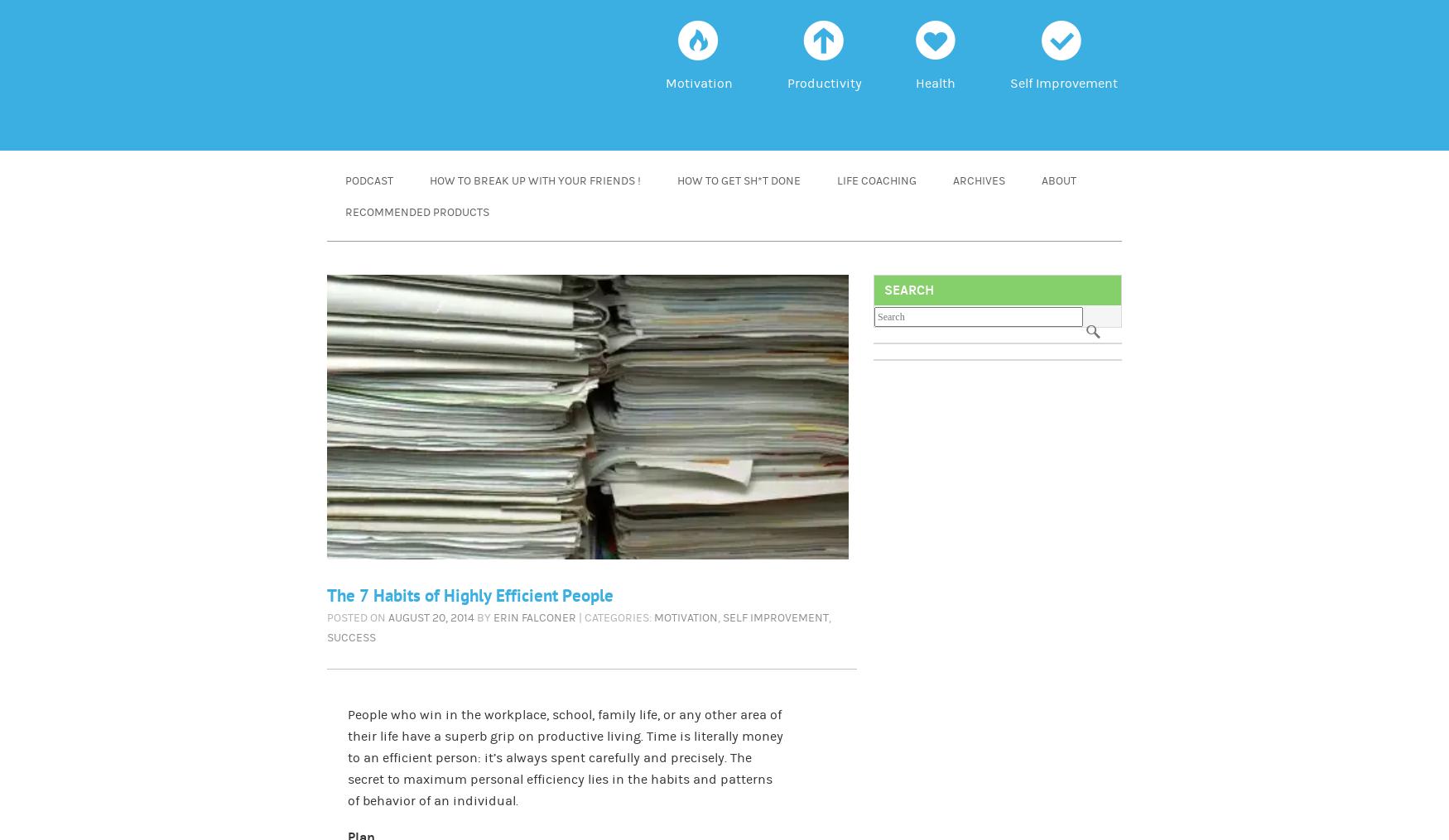 This screenshot has height=840, width=1449. What do you see at coordinates (565, 756) in the screenshot?
I see `'People who win in the workplace, school, family life, or any other area of their life have a superb grip on productive living. Time is literally money to an efficient person: it’s always spent carefully and precisely. The secret to maximum personal efficiency lies in the habits and patterns of behavior of an individual.'` at bounding box center [565, 756].